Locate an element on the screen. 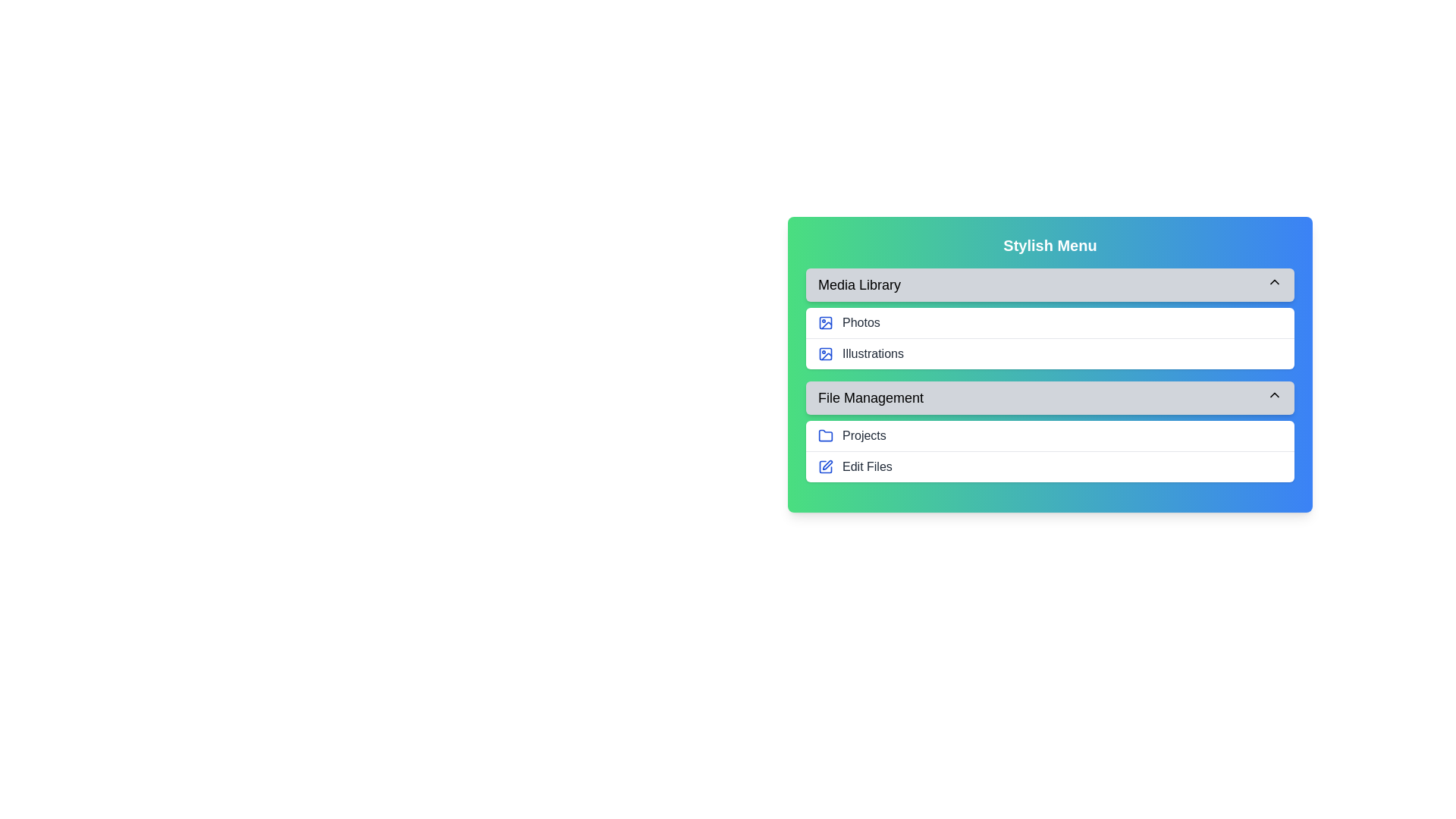 The height and width of the screenshot is (819, 1456). the 'Illustrations' menu item, which is the second item in the vertical list of the 'Media Library' section is located at coordinates (1050, 353).